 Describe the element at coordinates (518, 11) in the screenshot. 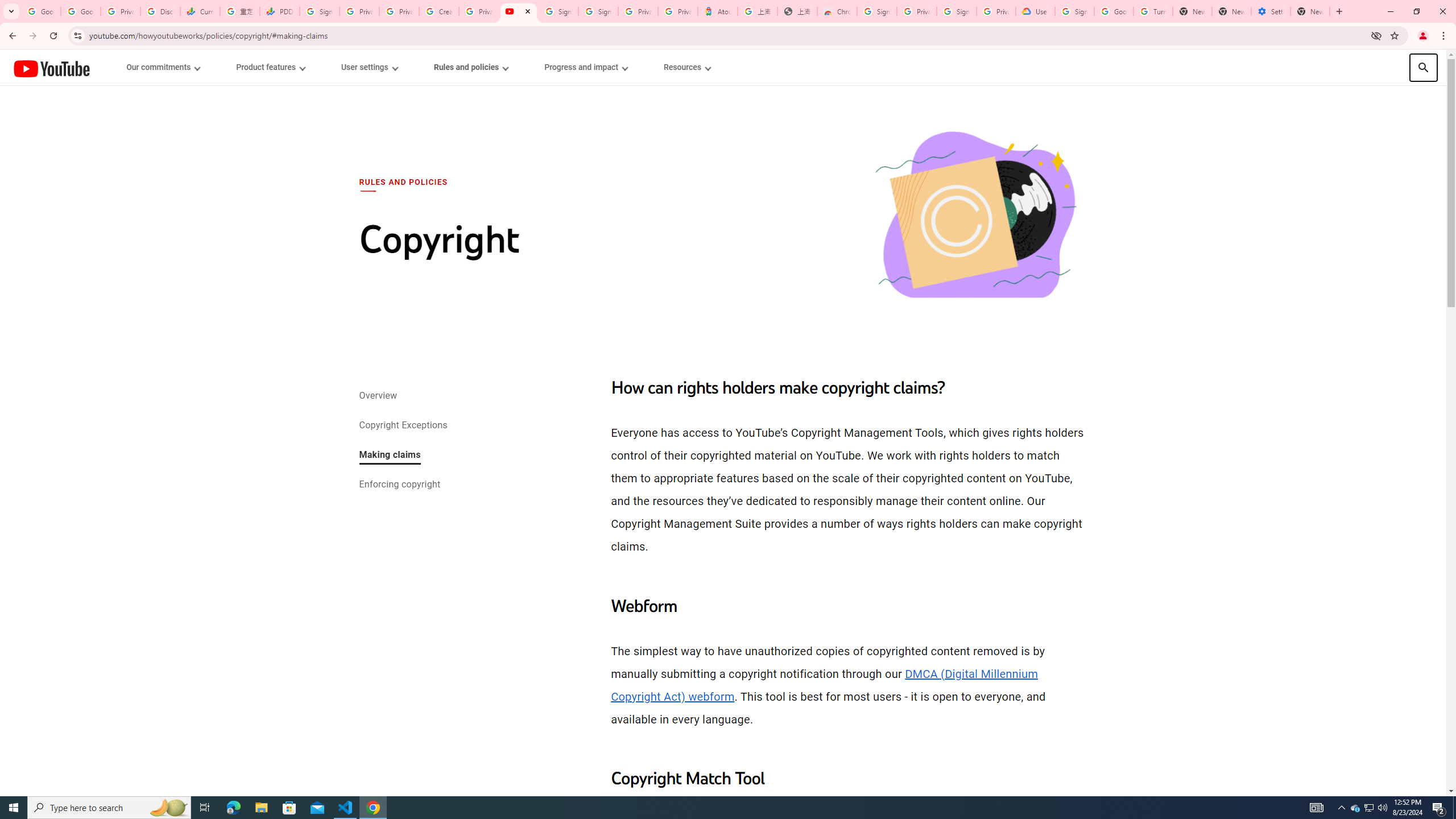

I see `'YouTube Copyright Rules & Policies - How YouTube Works'` at that location.